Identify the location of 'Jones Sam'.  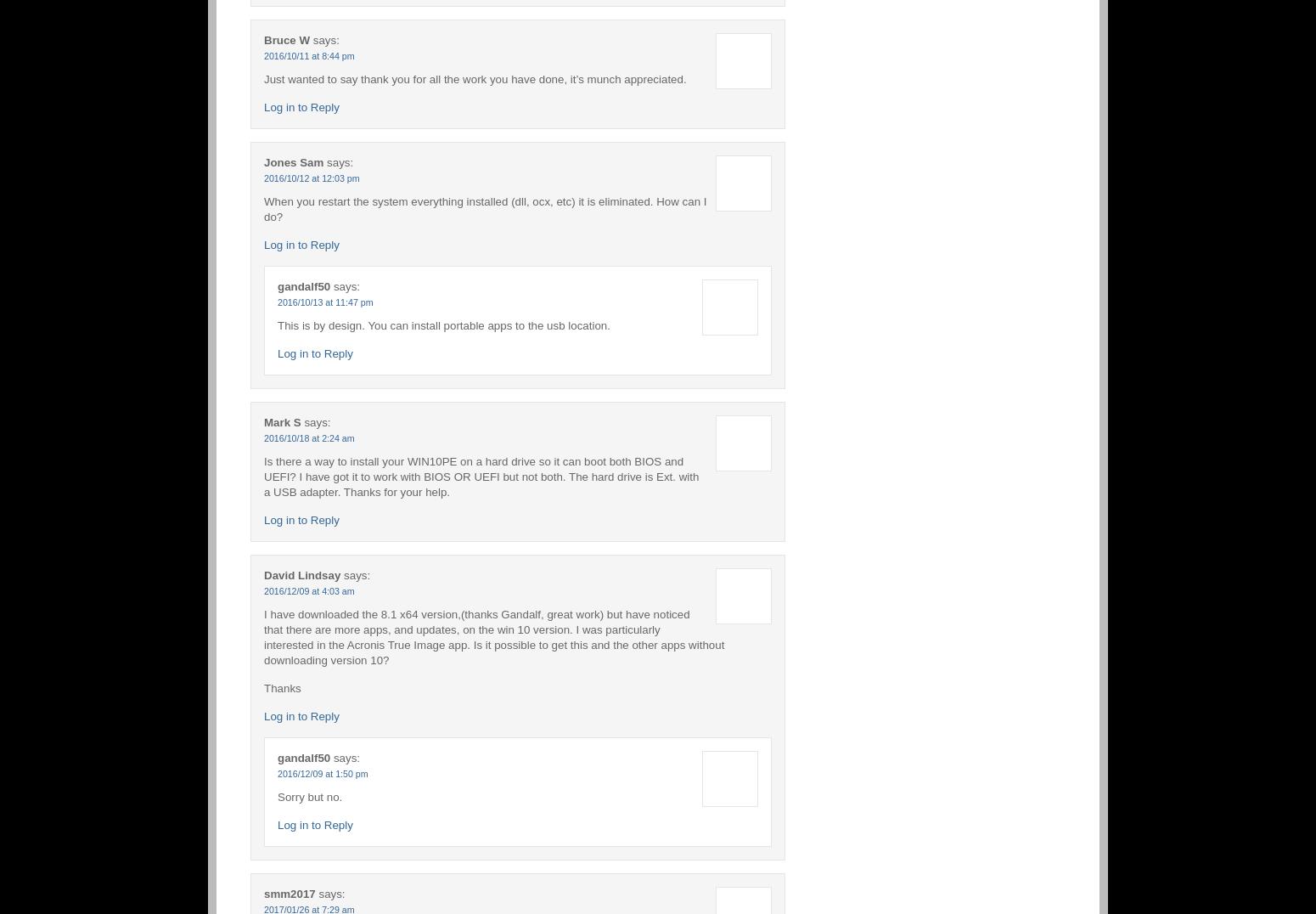
(292, 161).